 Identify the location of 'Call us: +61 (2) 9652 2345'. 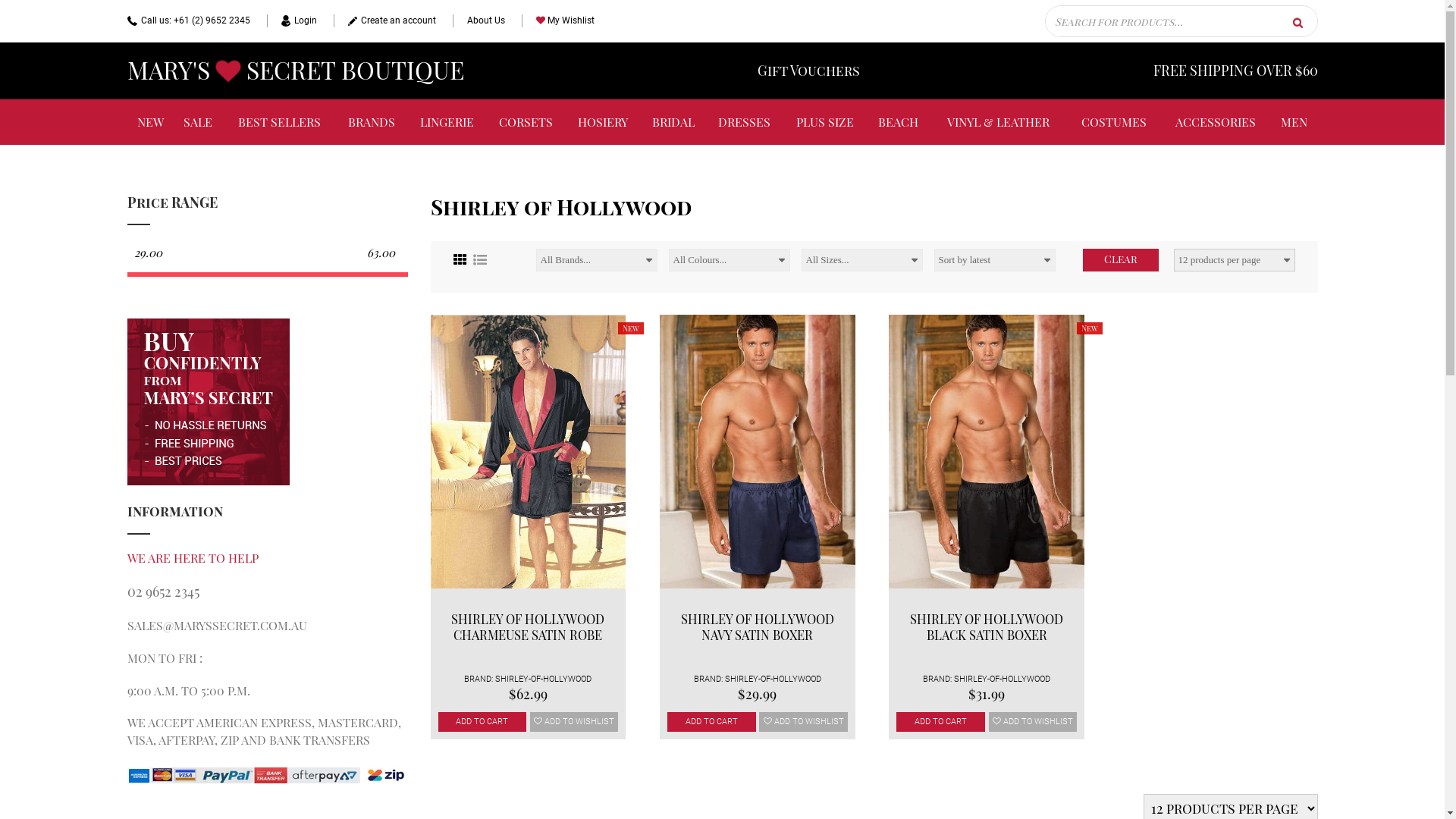
(127, 20).